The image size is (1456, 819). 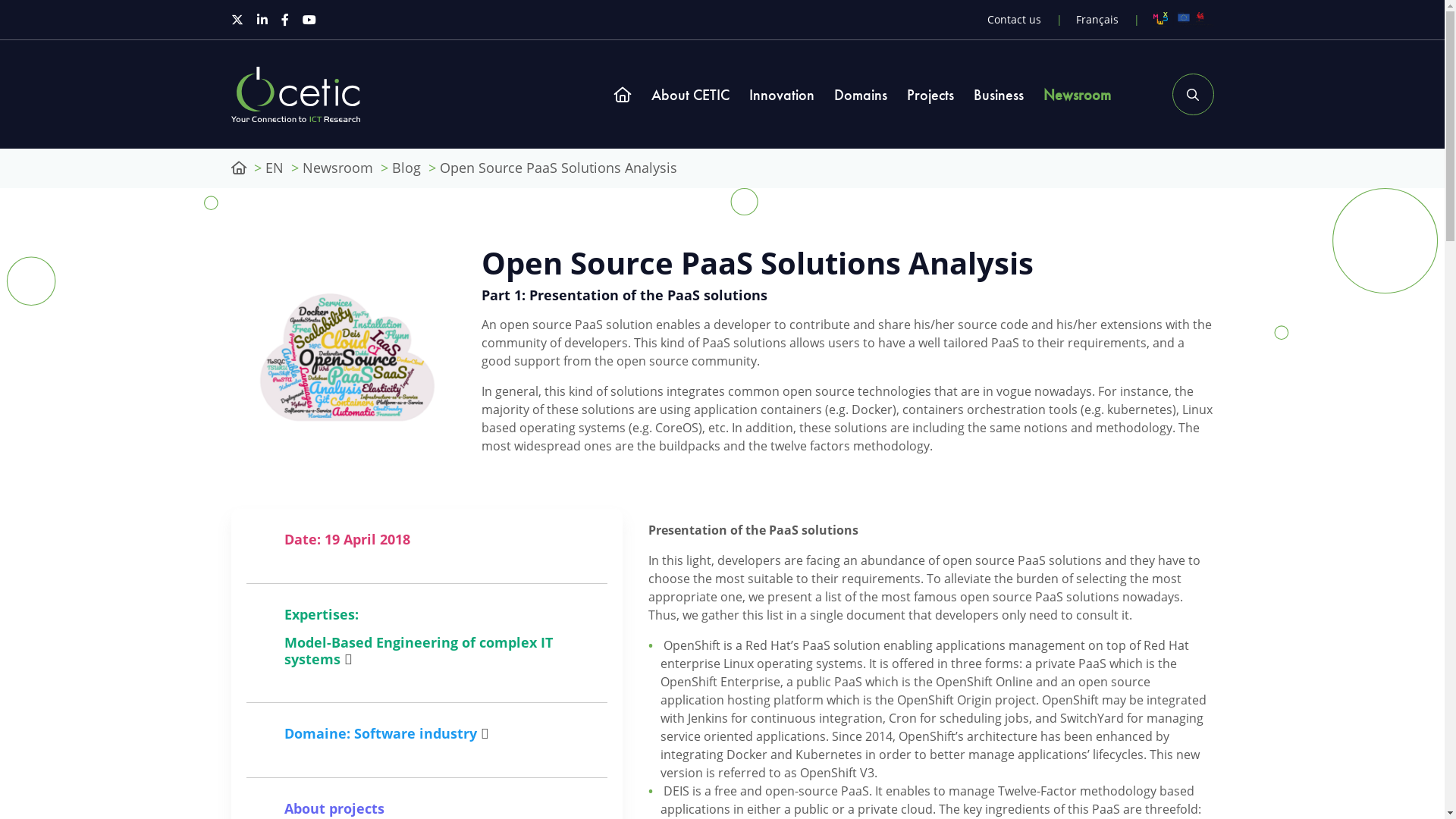 I want to click on 'Innovation', so click(x=782, y=94).